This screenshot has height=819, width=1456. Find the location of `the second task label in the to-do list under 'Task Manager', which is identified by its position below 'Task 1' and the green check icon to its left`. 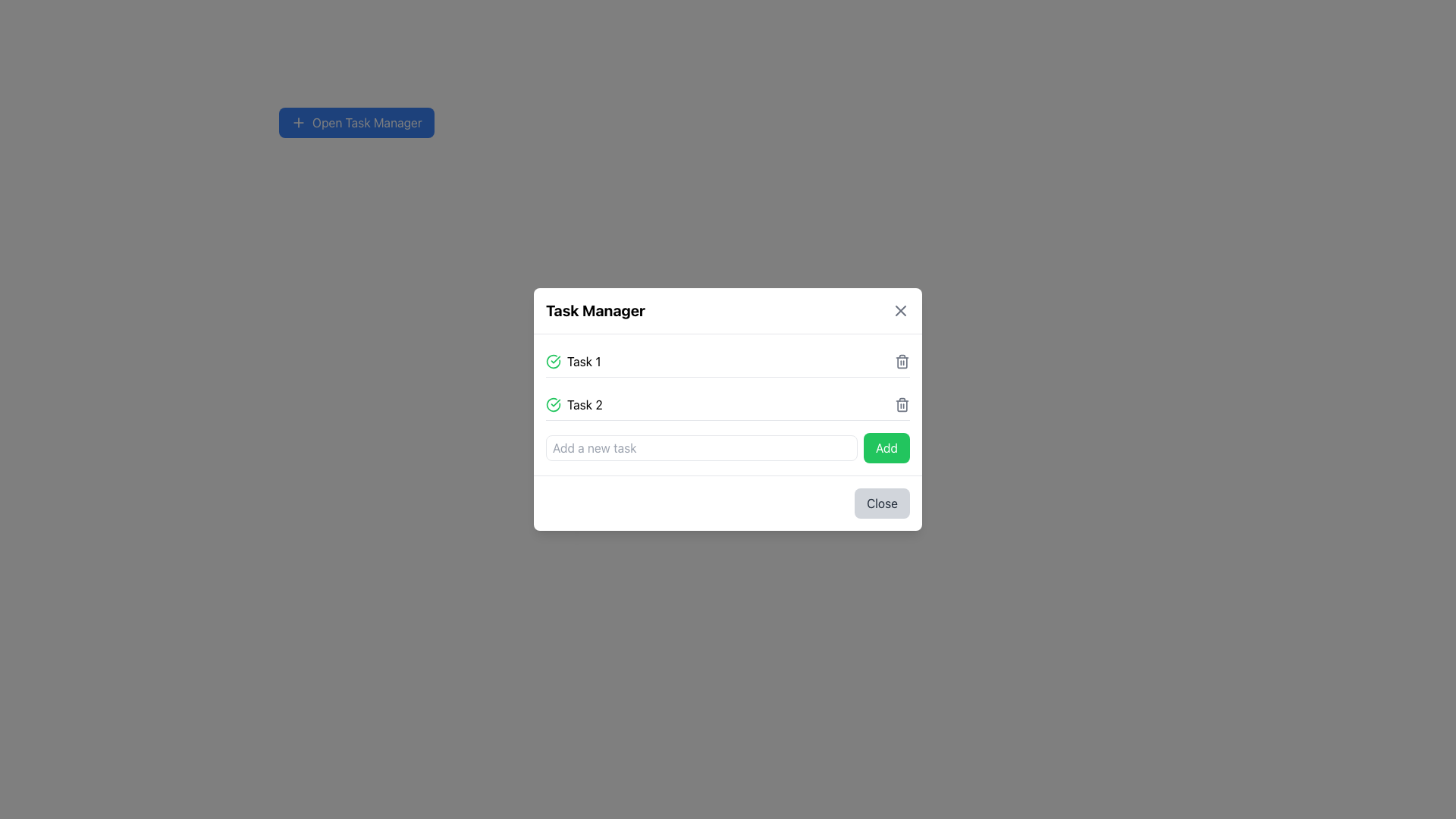

the second task label in the to-do list under 'Task Manager', which is identified by its position below 'Task 1' and the green check icon to its left is located at coordinates (584, 403).